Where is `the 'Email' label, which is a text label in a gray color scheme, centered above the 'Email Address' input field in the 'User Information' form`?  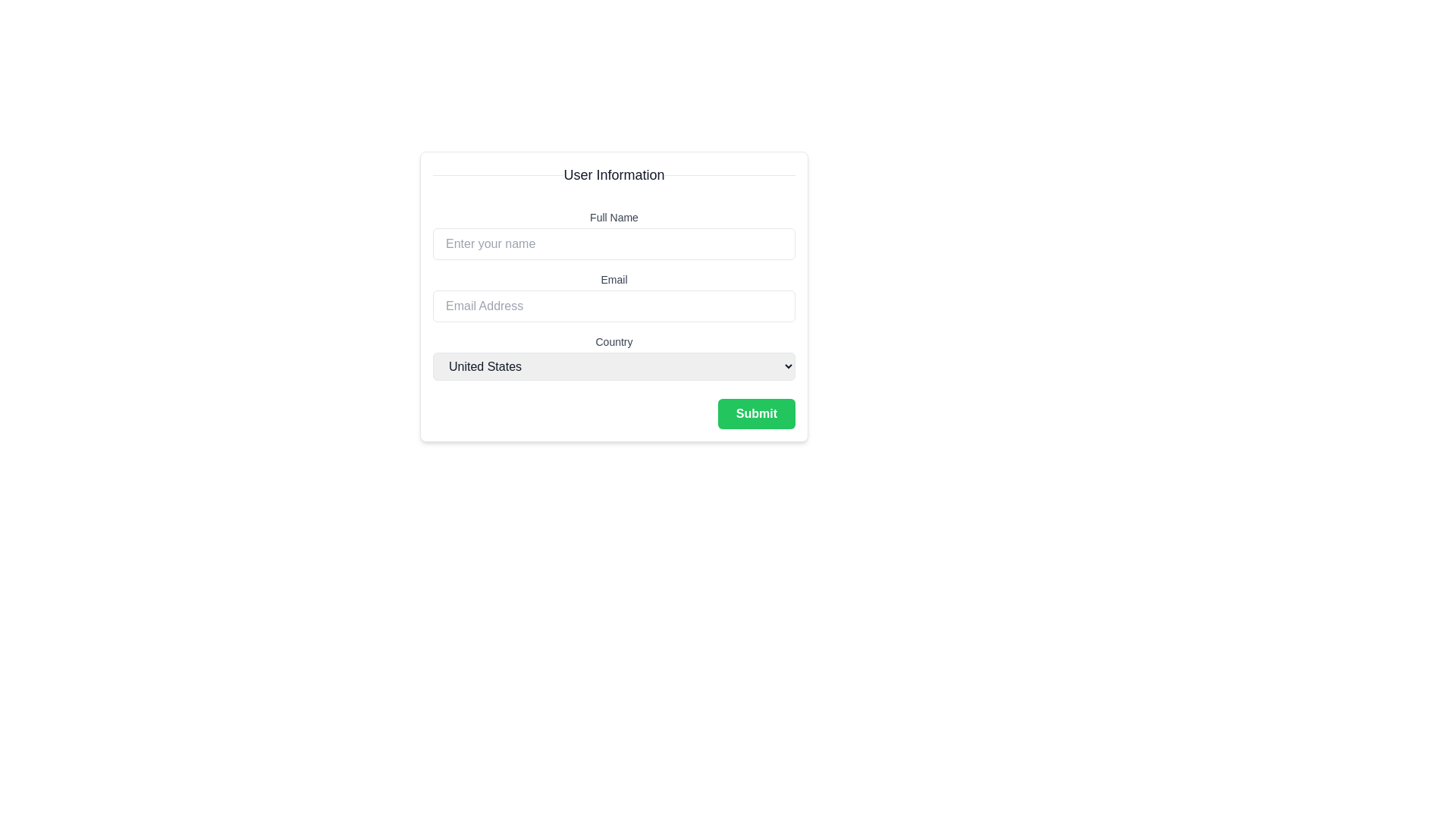 the 'Email' label, which is a text label in a gray color scheme, centered above the 'Email Address' input field in the 'User Information' form is located at coordinates (614, 280).